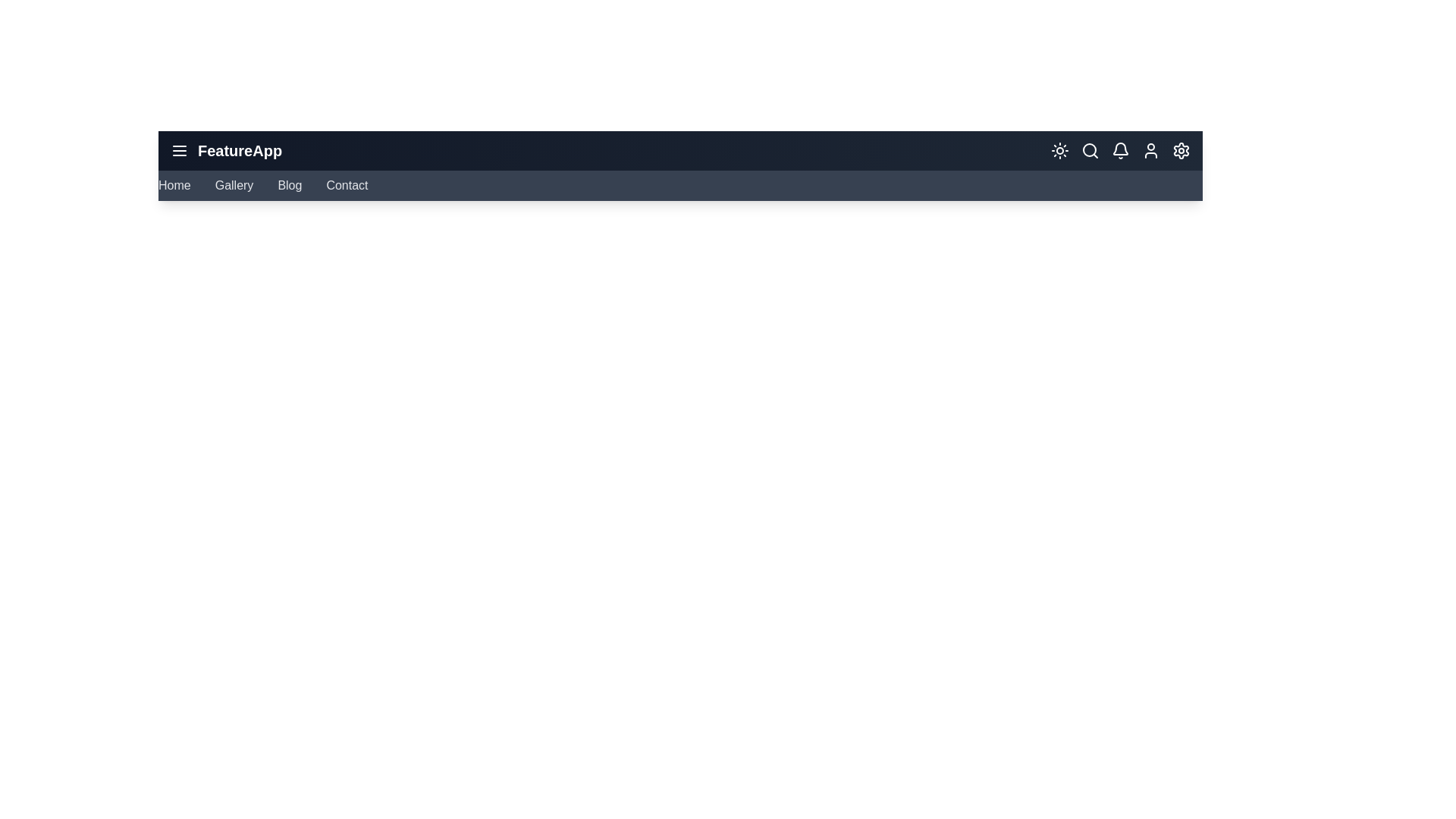 Image resolution: width=1456 pixels, height=819 pixels. Describe the element at coordinates (1059, 151) in the screenshot. I see `the theme toggle button to switch between light and dark themes` at that location.